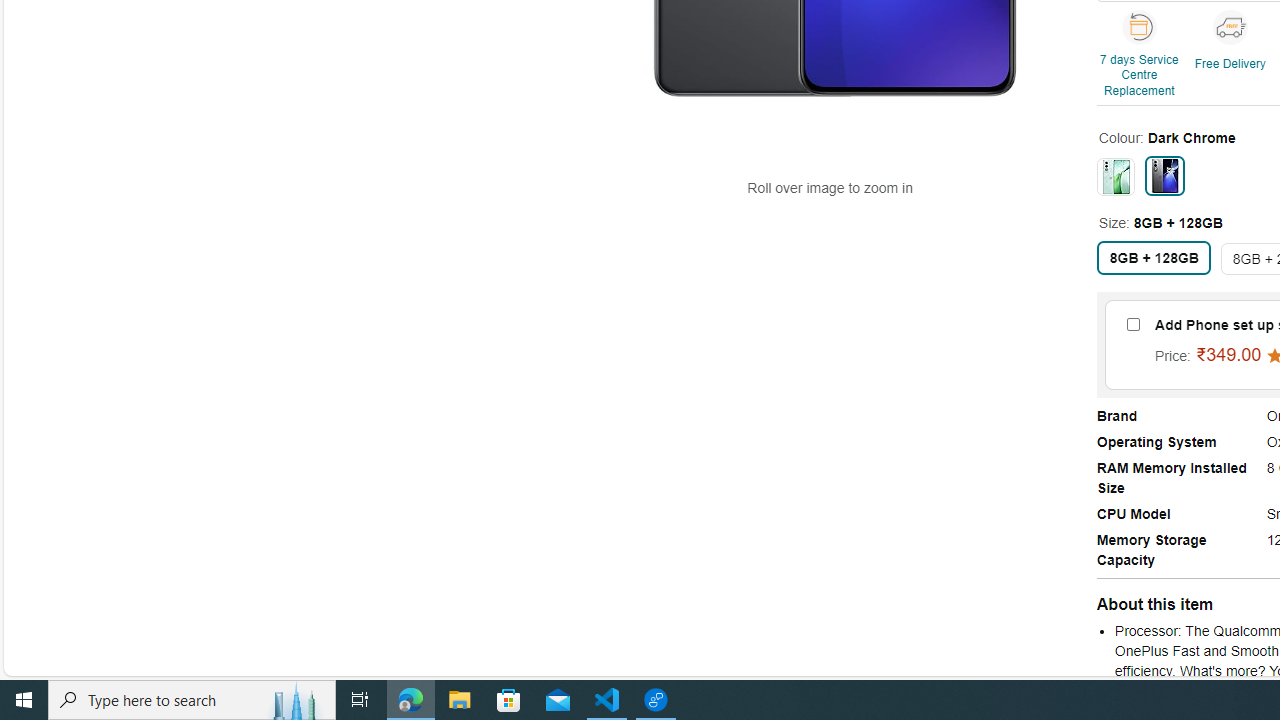 This screenshot has width=1280, height=720. What do you see at coordinates (1229, 26) in the screenshot?
I see `'Free Delivery'` at bounding box center [1229, 26].